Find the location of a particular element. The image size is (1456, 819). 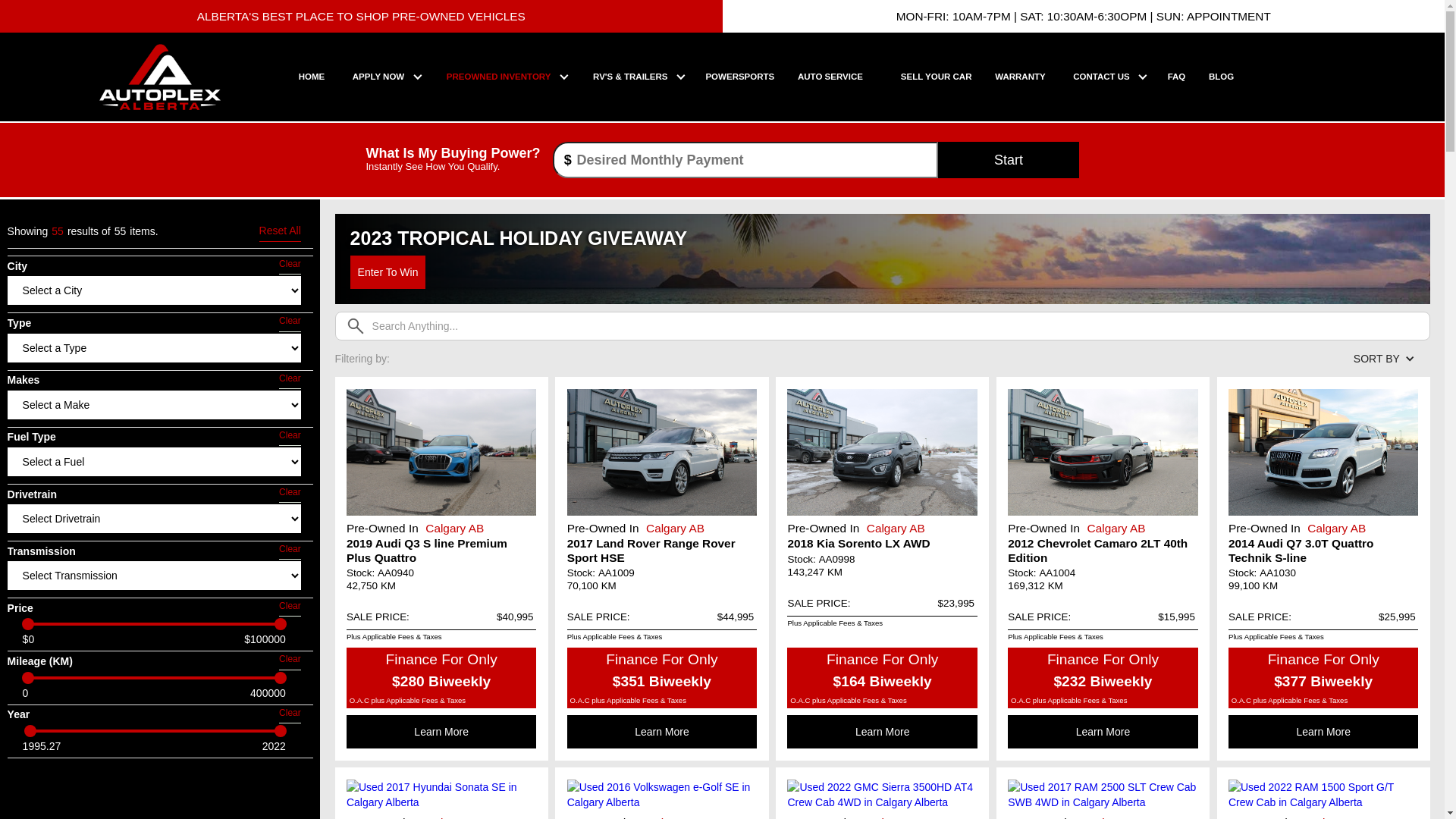

'WARRANTY' is located at coordinates (1019, 77).